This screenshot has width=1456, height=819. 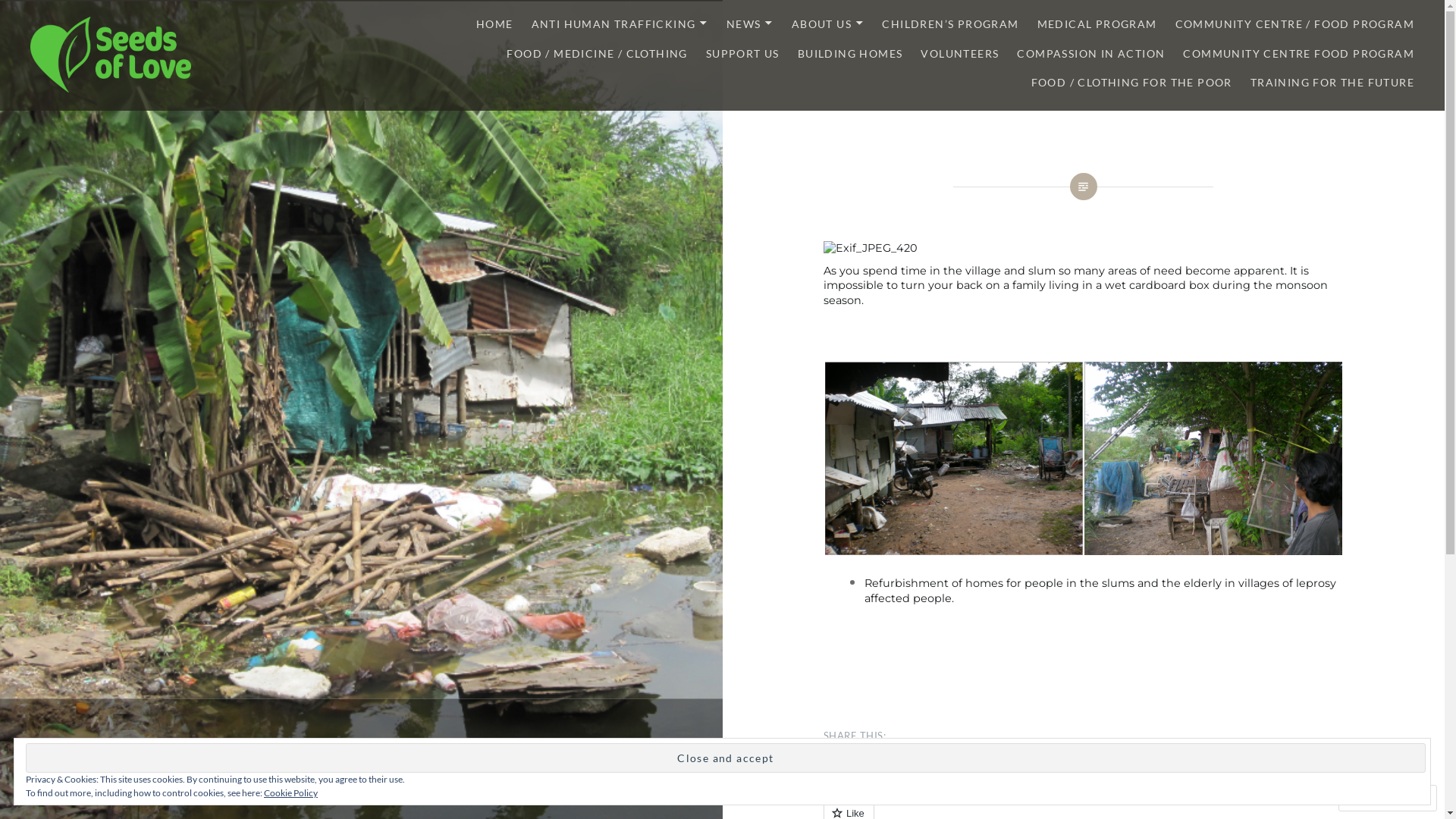 What do you see at coordinates (742, 53) in the screenshot?
I see `'SUPPORT US'` at bounding box center [742, 53].